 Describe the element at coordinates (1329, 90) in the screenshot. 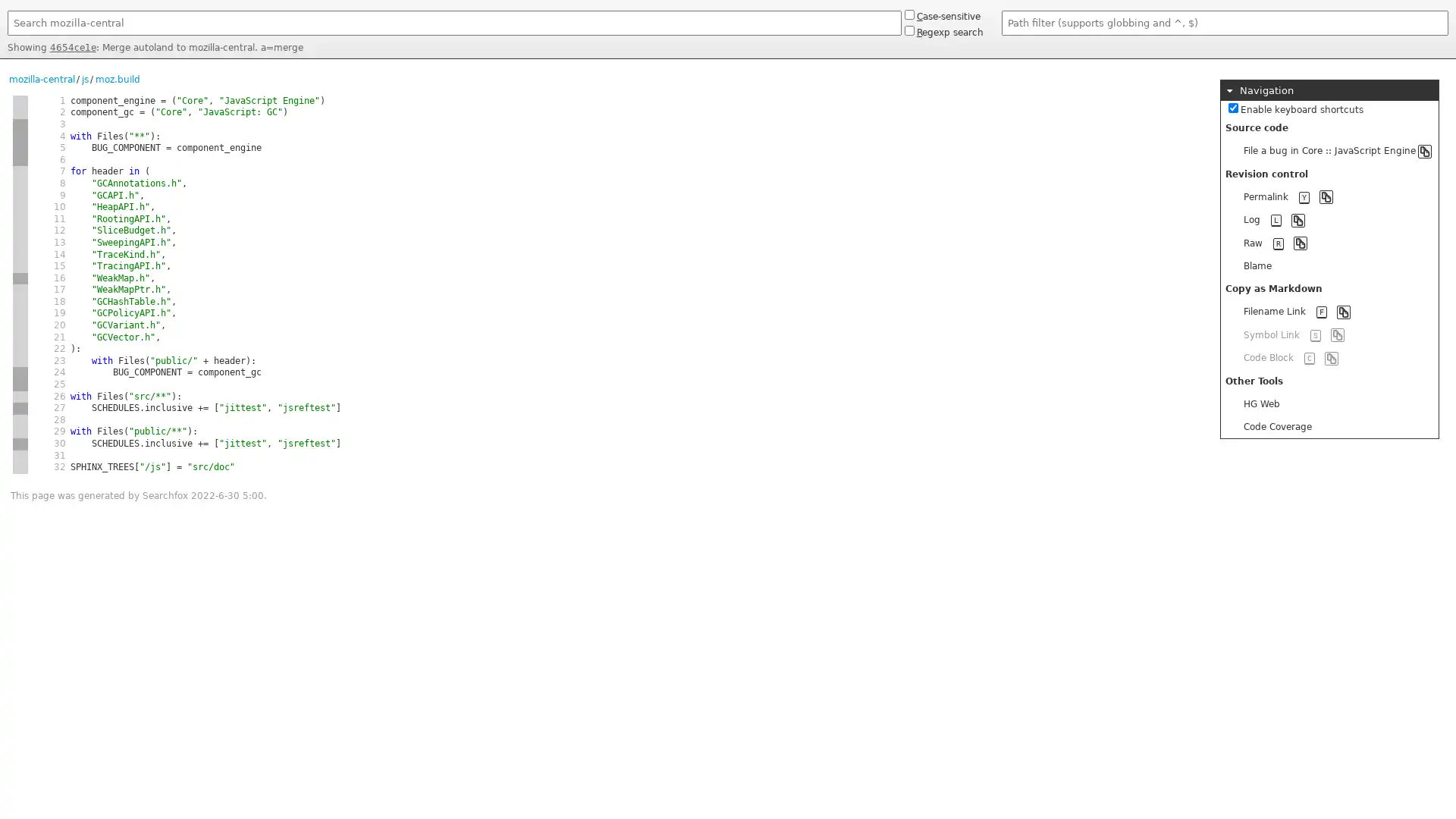

I see `Navigation` at that location.